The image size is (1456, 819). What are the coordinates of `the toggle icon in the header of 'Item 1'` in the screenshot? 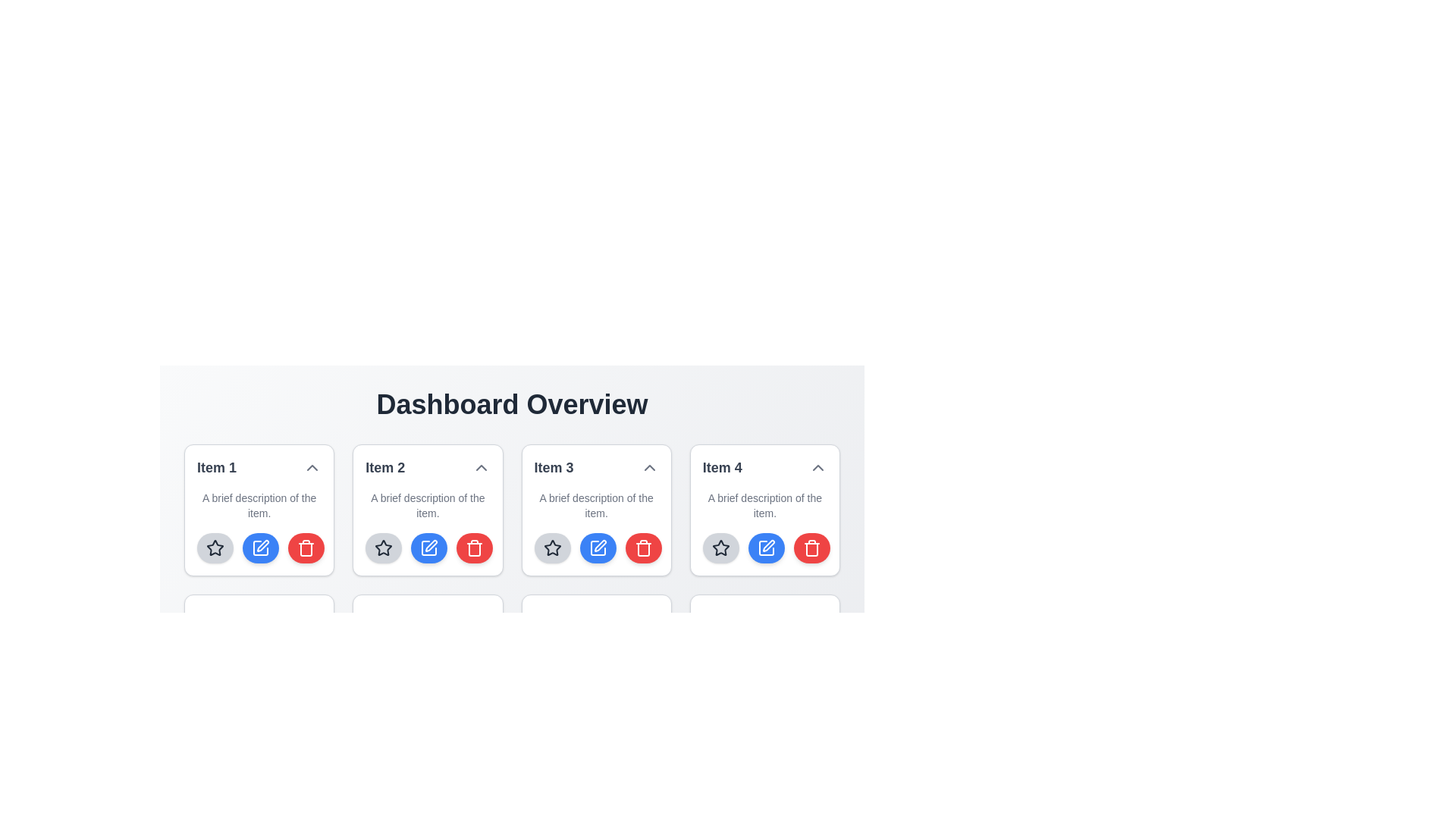 It's located at (312, 467).